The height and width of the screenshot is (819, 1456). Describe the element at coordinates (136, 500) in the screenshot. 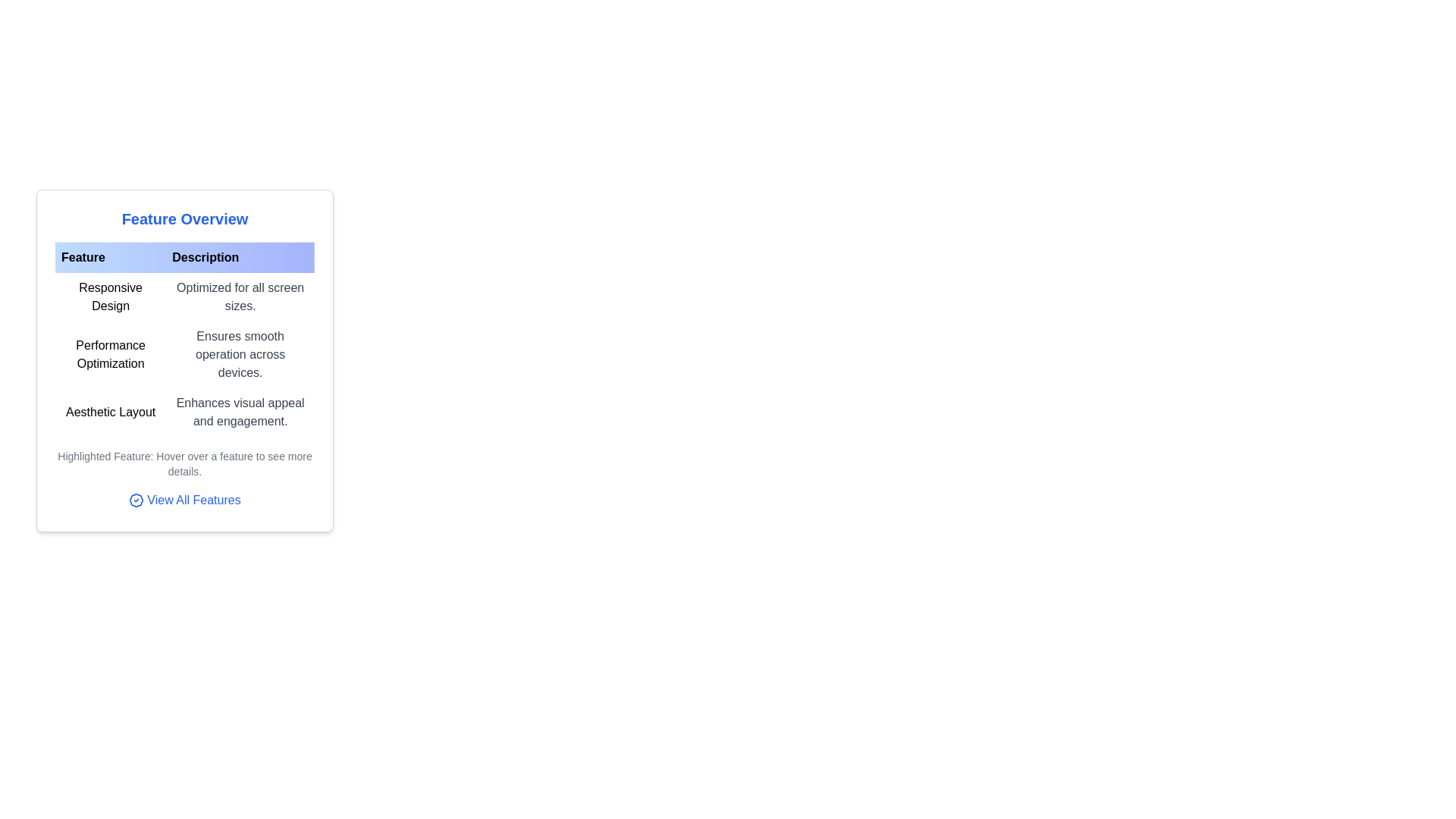

I see `the icon that emphasizes the linked text 'View All Features', located to the left of the text in the bottom section of the feature information card` at that location.